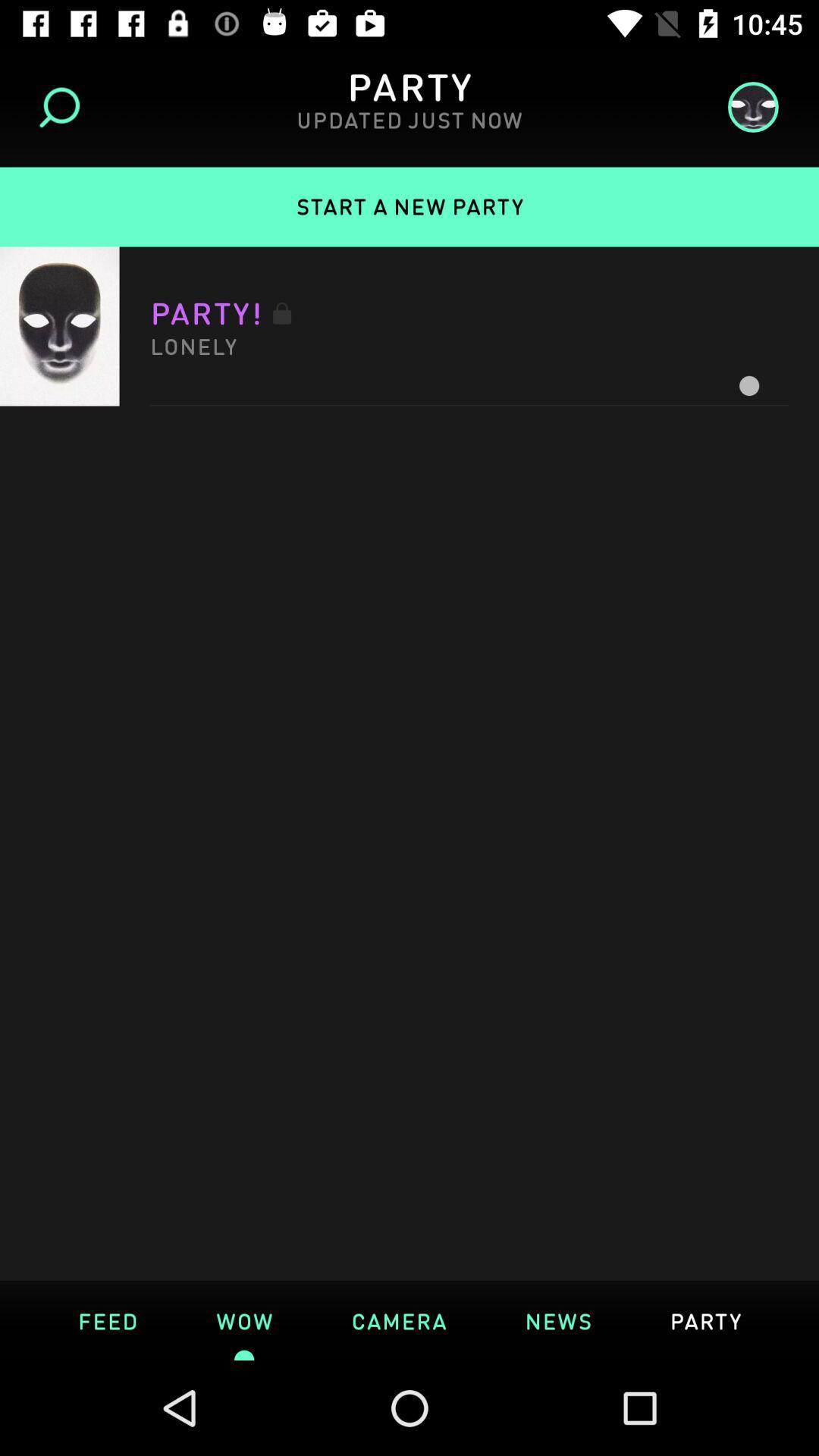 The width and height of the screenshot is (819, 1456). Describe the element at coordinates (558, 1319) in the screenshot. I see `text news` at that location.